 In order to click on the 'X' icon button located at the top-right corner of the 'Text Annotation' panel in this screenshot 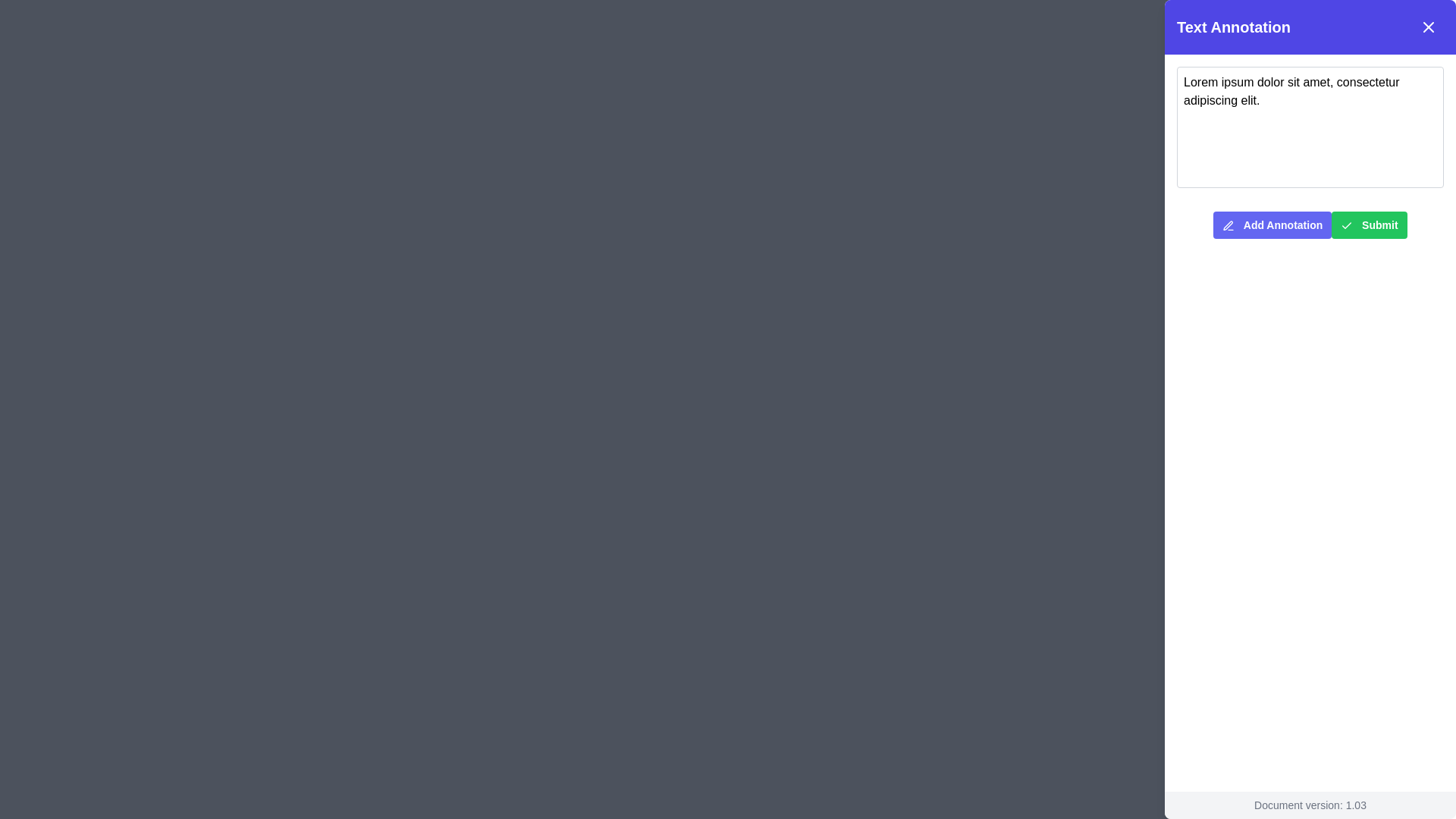, I will do `click(1427, 27)`.